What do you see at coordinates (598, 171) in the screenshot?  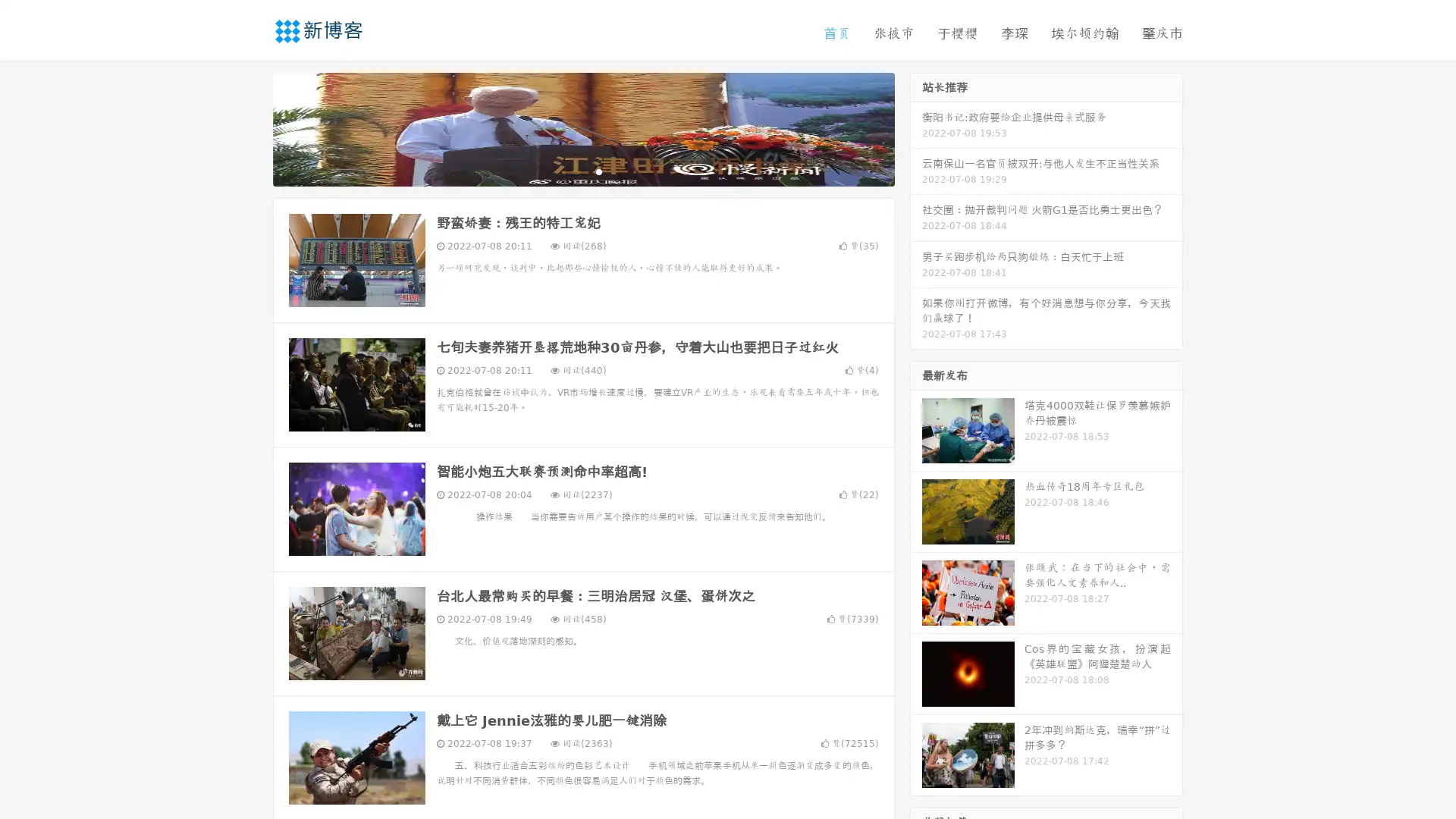 I see `Go to slide 3` at bounding box center [598, 171].